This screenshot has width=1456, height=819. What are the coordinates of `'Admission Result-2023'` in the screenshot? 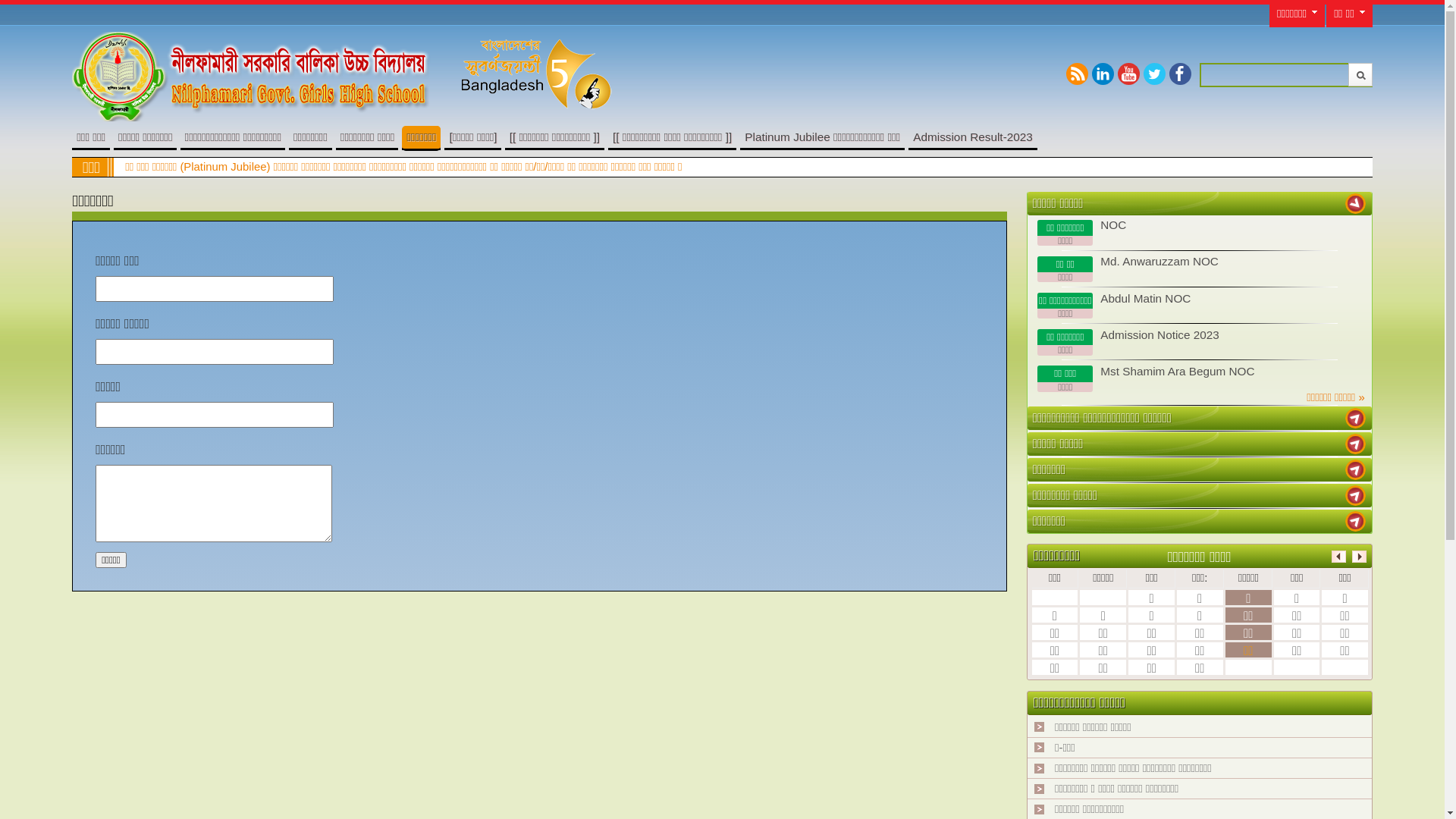 It's located at (972, 136).